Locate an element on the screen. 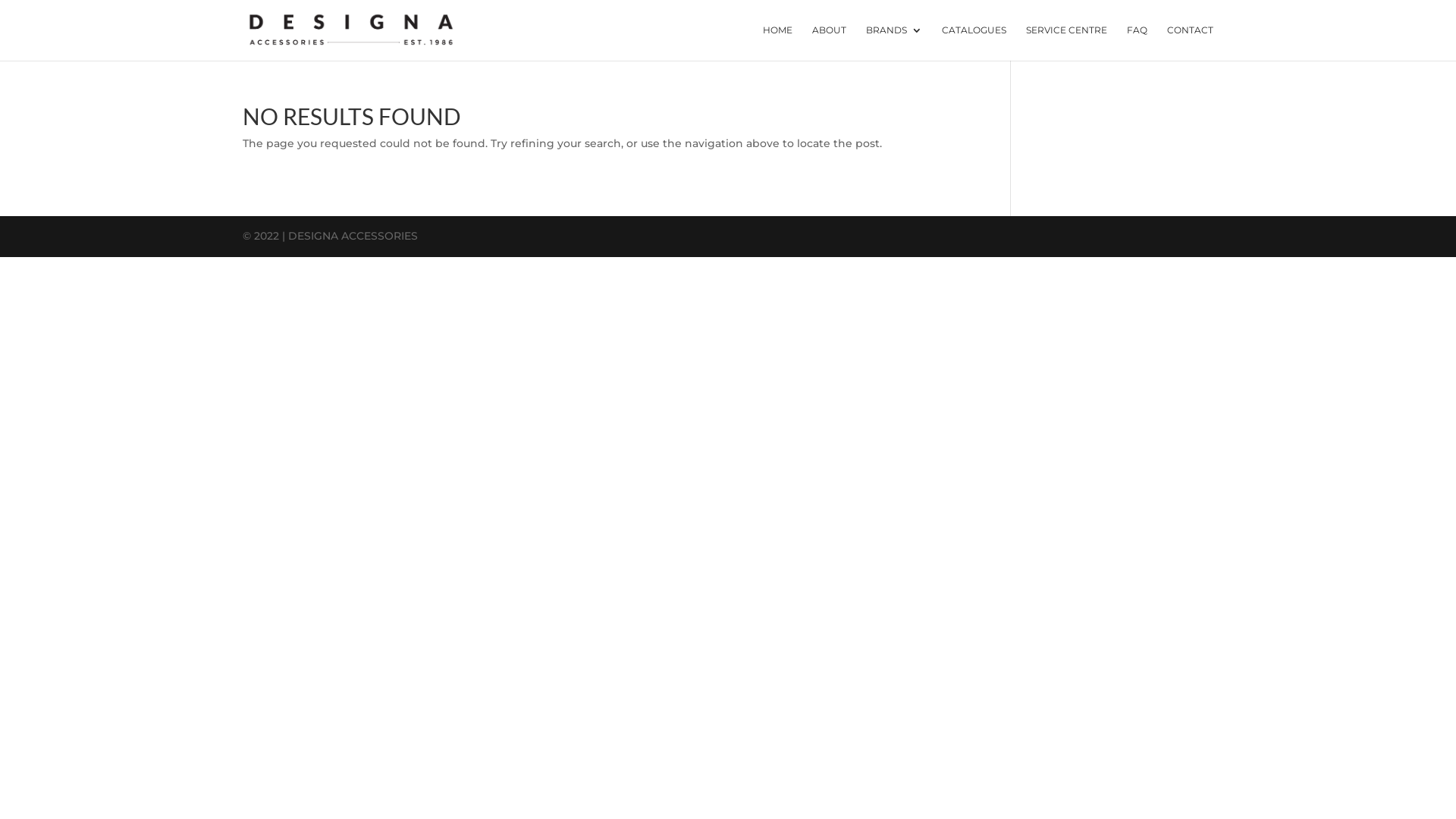 The height and width of the screenshot is (819, 1456). 'FAQ' is located at coordinates (1137, 42).